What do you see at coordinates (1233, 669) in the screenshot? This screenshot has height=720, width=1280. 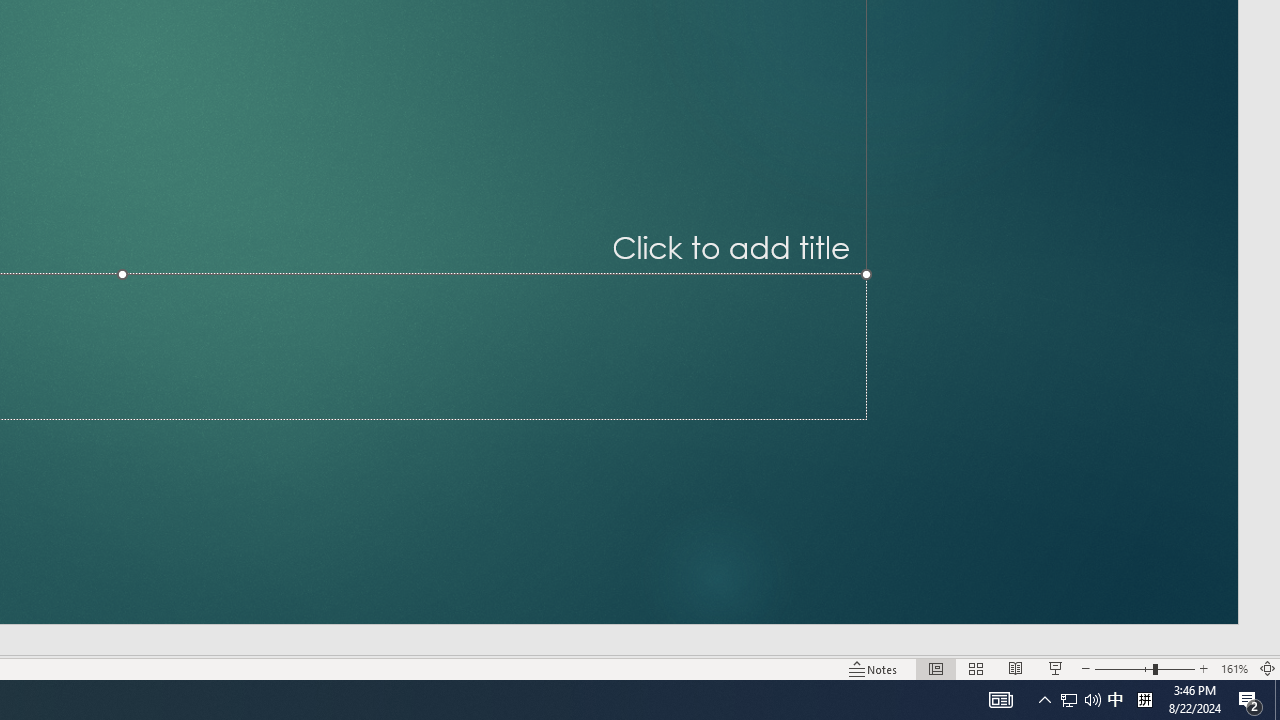 I see `'Zoom 161%'` at bounding box center [1233, 669].